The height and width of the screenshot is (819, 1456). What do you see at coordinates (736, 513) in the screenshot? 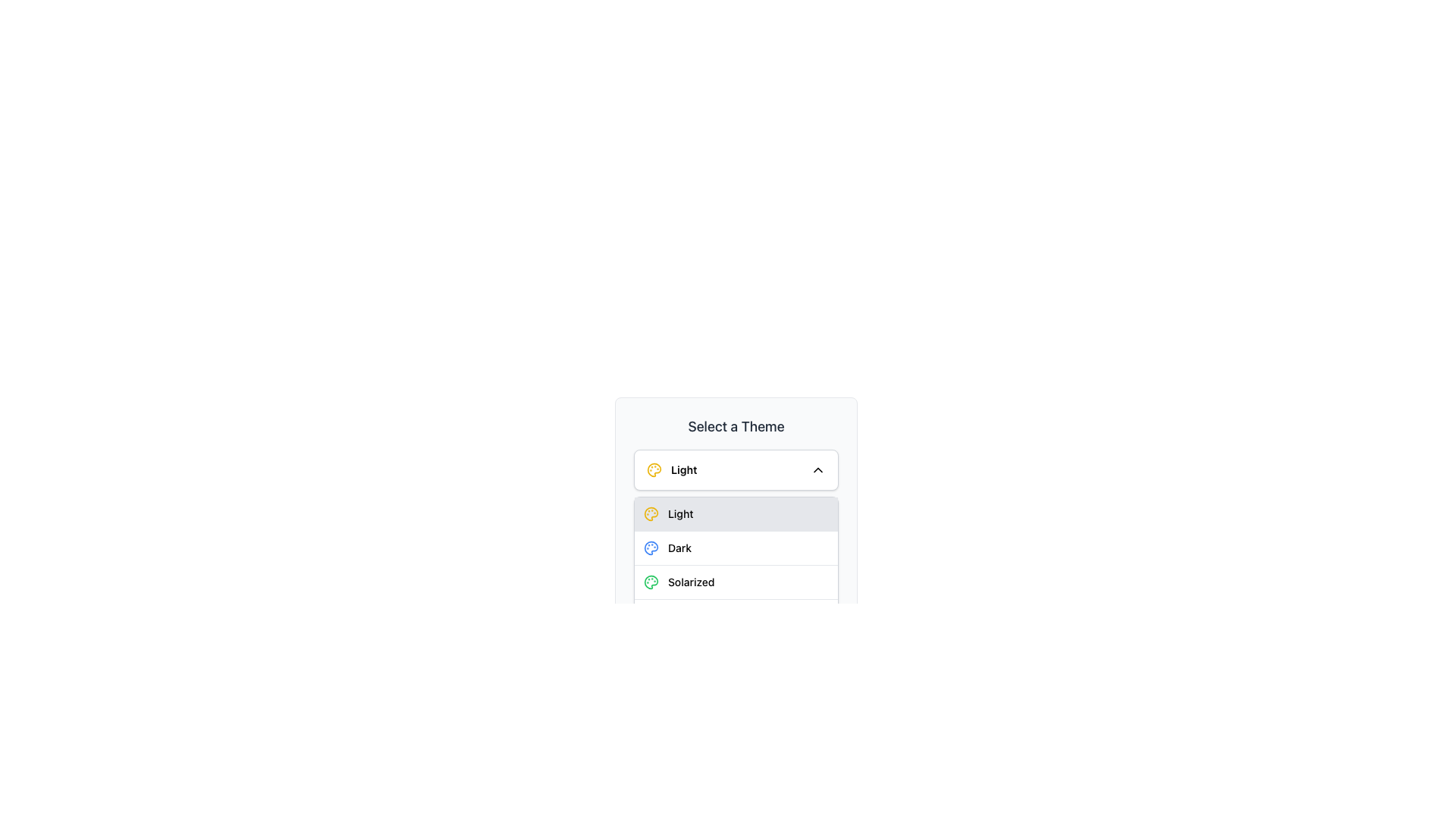
I see `the first button in the theme selection menu` at bounding box center [736, 513].